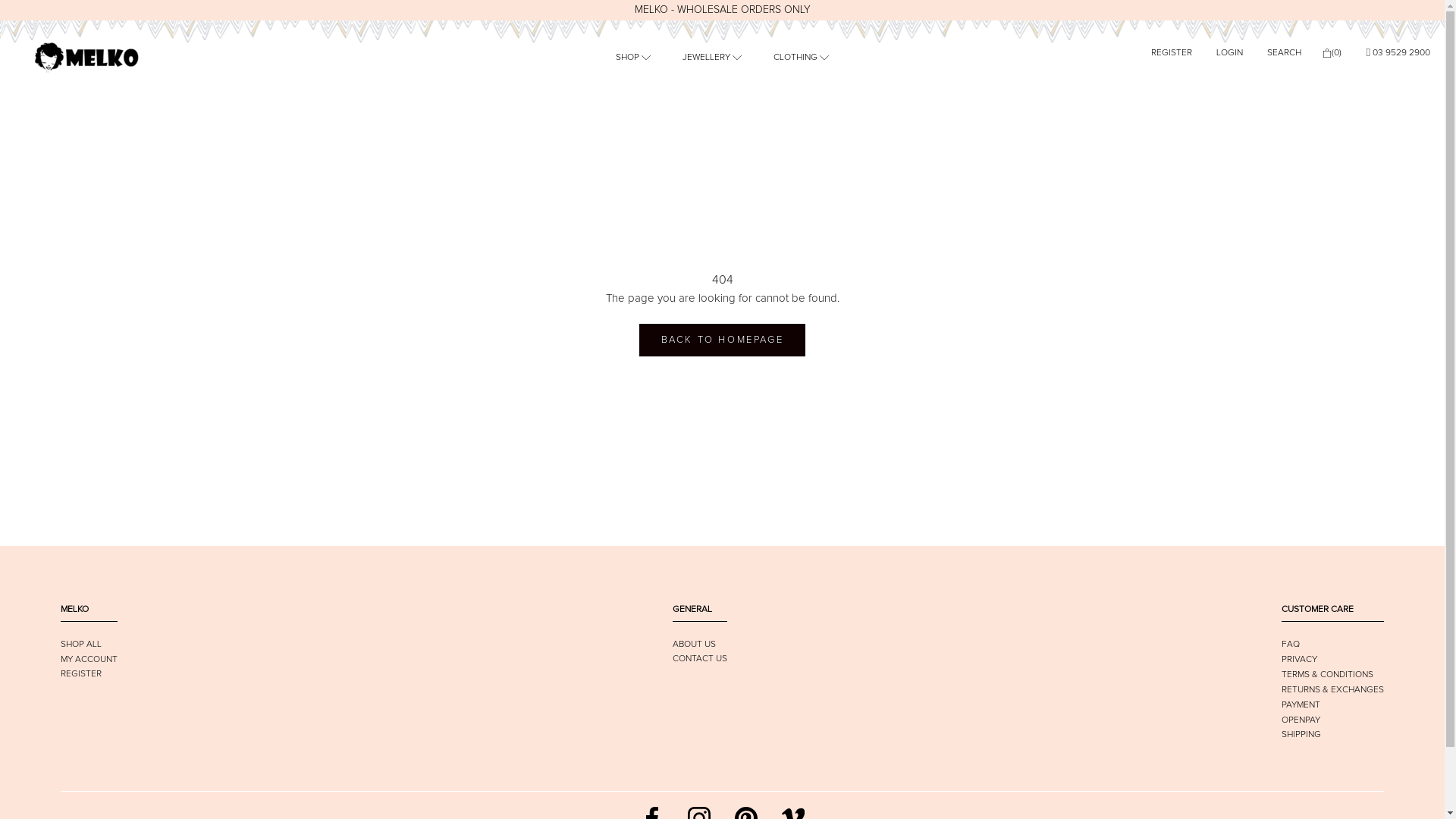 The image size is (1456, 819). I want to click on 'PRIVACY', so click(1280, 659).